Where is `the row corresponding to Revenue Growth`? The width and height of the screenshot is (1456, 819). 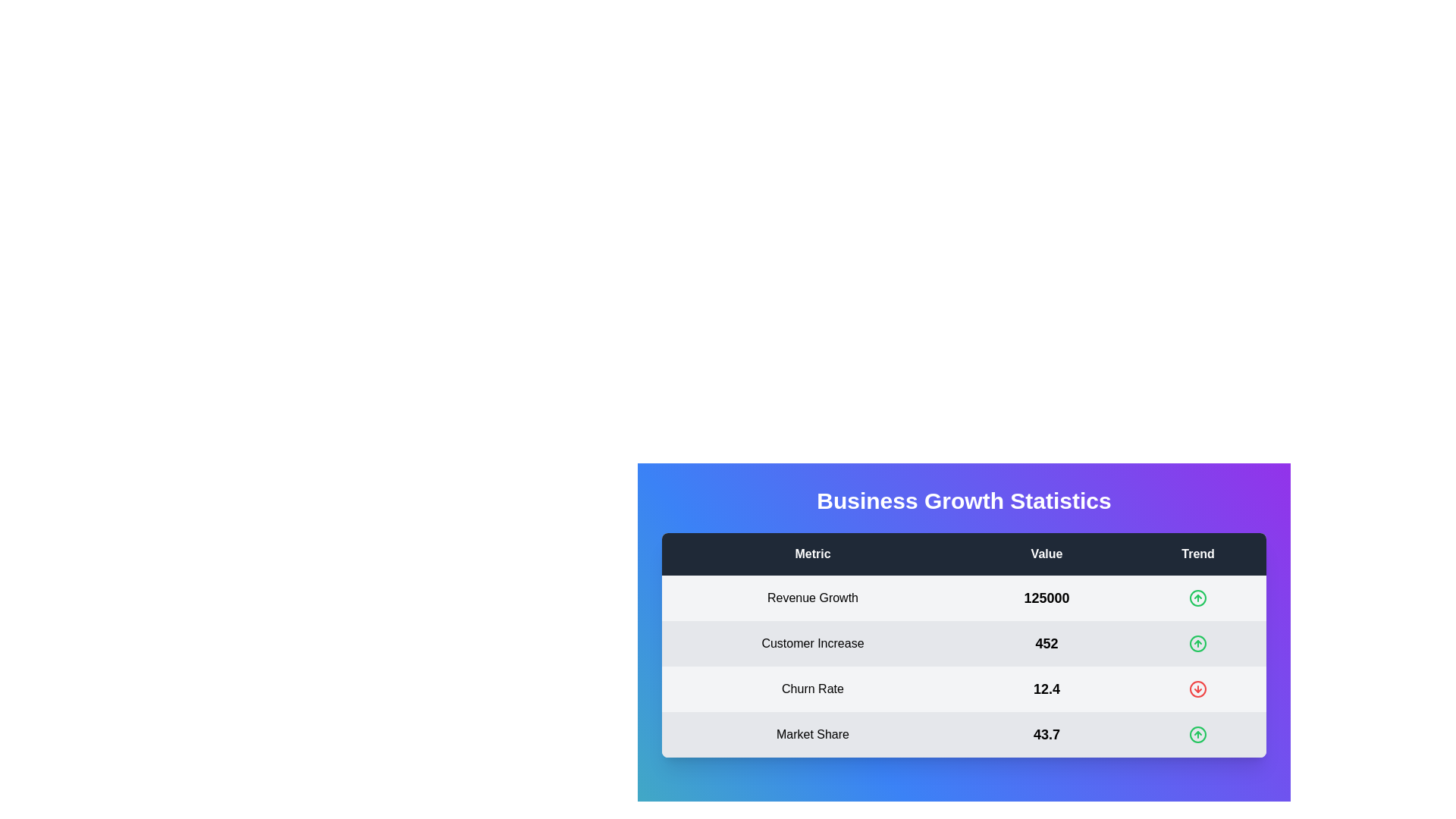
the row corresponding to Revenue Growth is located at coordinates (963, 598).